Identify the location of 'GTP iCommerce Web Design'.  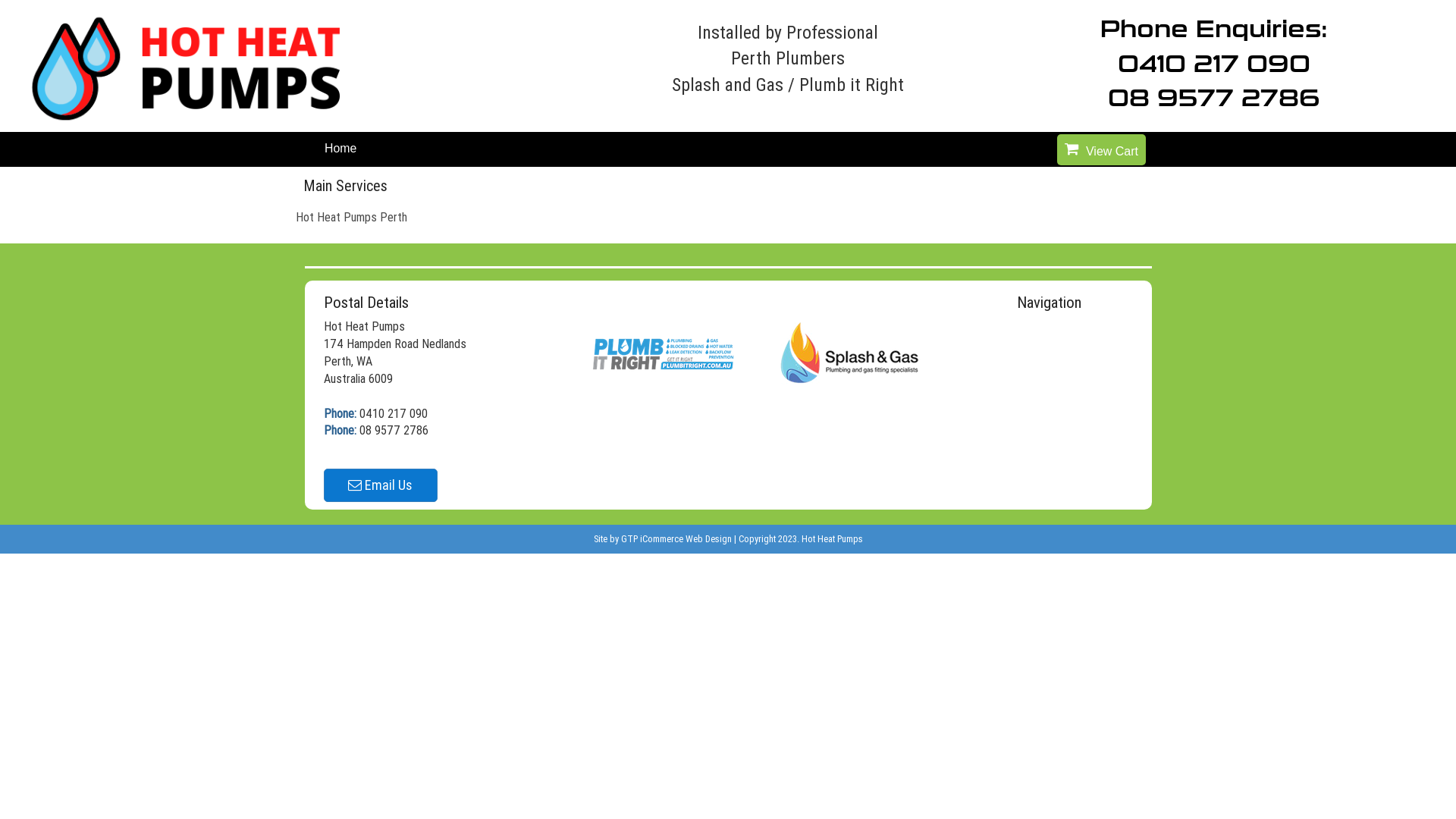
(675, 538).